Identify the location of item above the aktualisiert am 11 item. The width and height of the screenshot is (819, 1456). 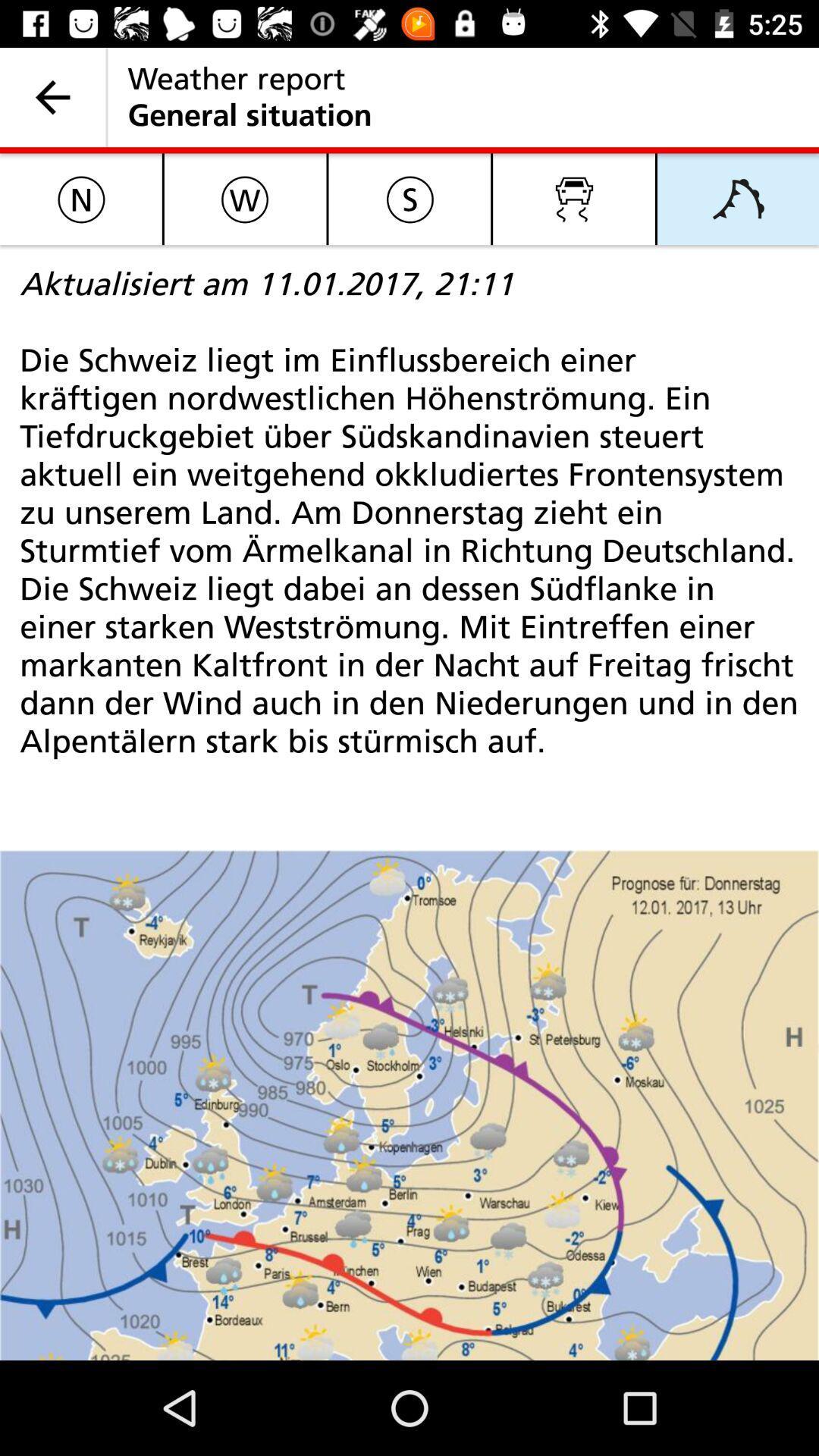
(574, 198).